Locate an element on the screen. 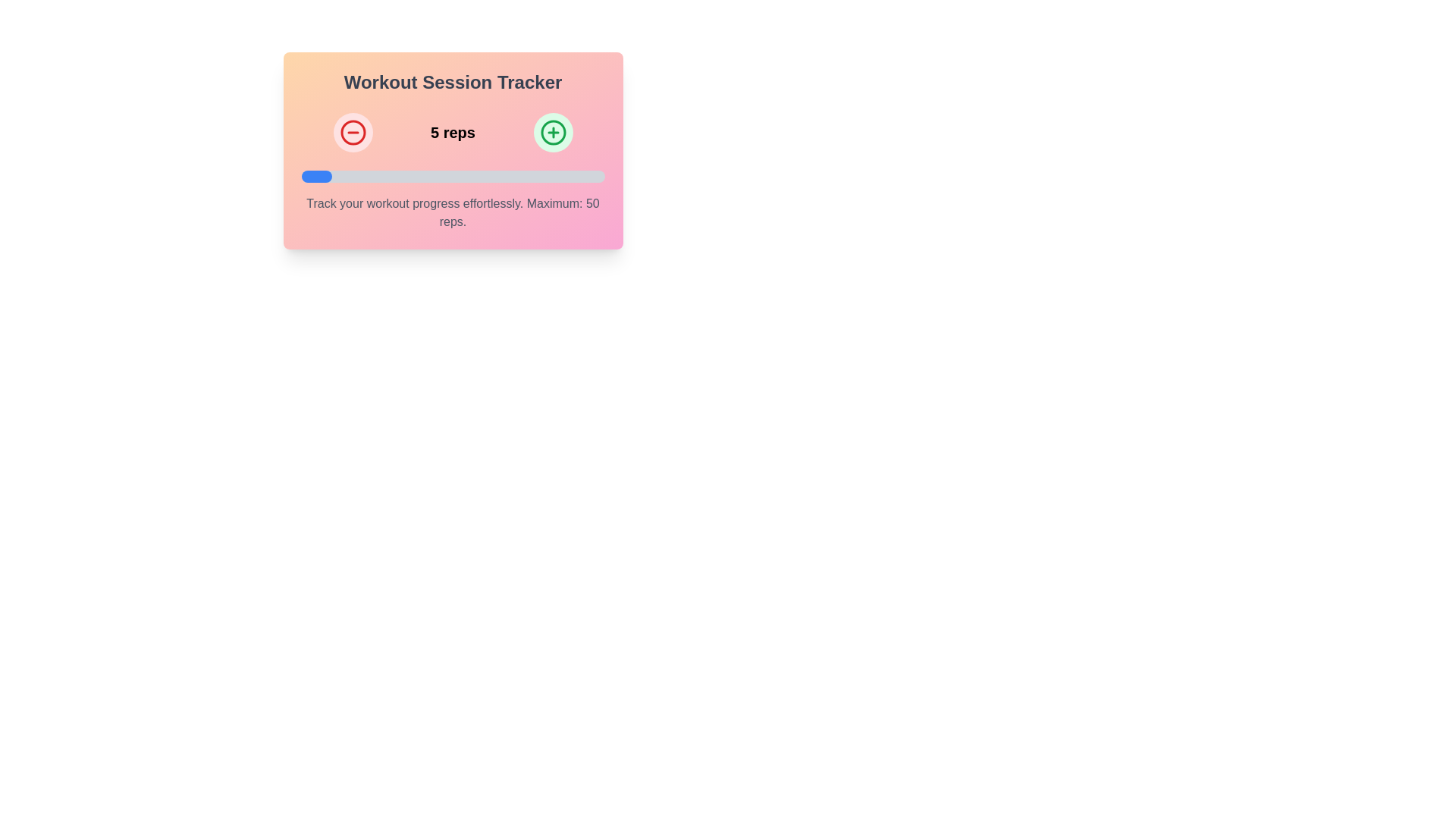  the narrow blue rectangle styled with rounded edges at the beginning of the horizontal progress bar, which indicates progress in the workout tracker is located at coordinates (315, 175).